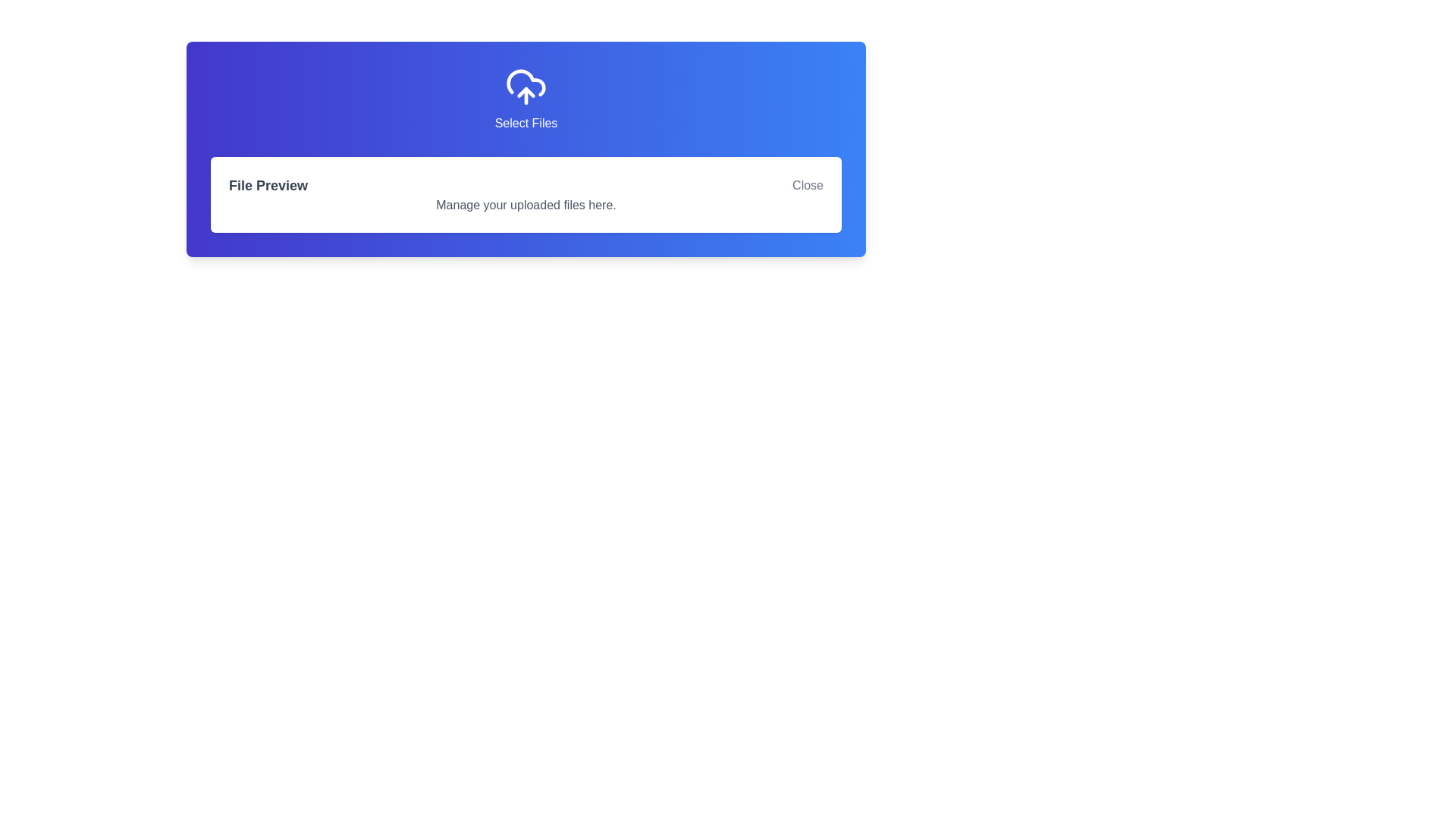 The image size is (1456, 819). Describe the element at coordinates (526, 99) in the screenshot. I see `the Interactive Label or Button that initiates the file selection or uploading process for visual feedback` at that location.